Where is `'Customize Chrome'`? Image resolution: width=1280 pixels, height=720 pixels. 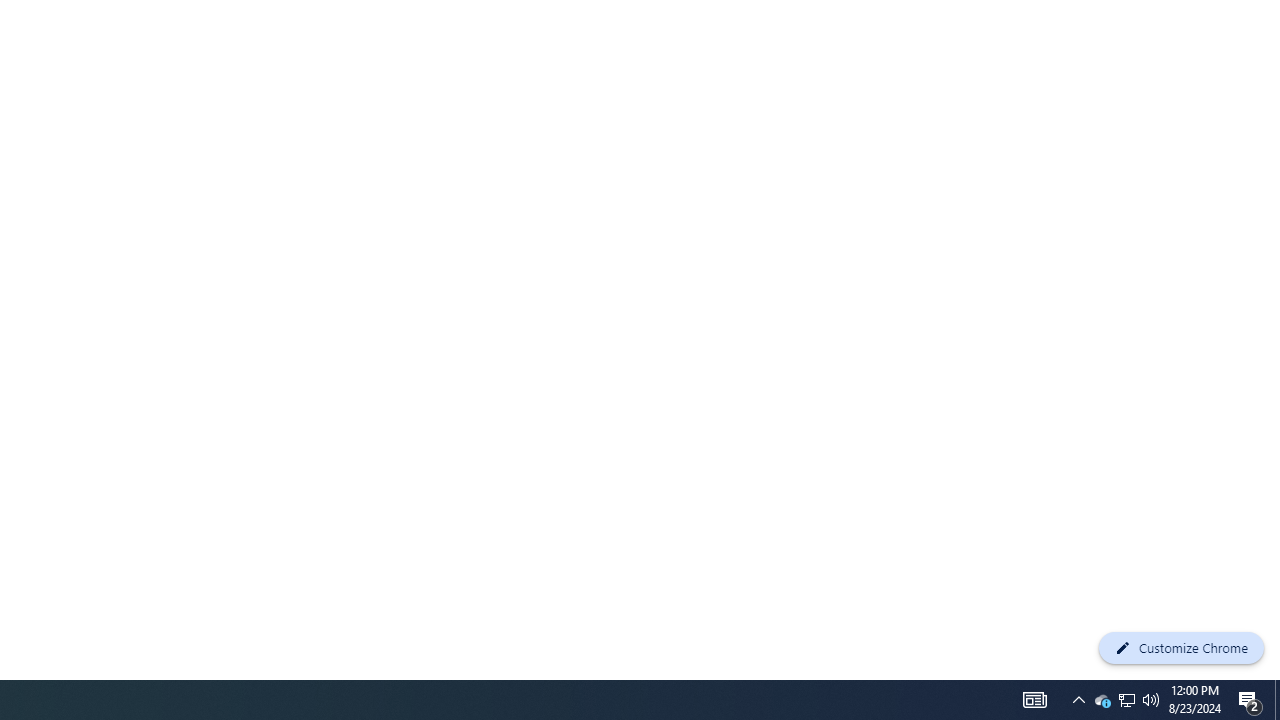
'Customize Chrome' is located at coordinates (1181, 648).